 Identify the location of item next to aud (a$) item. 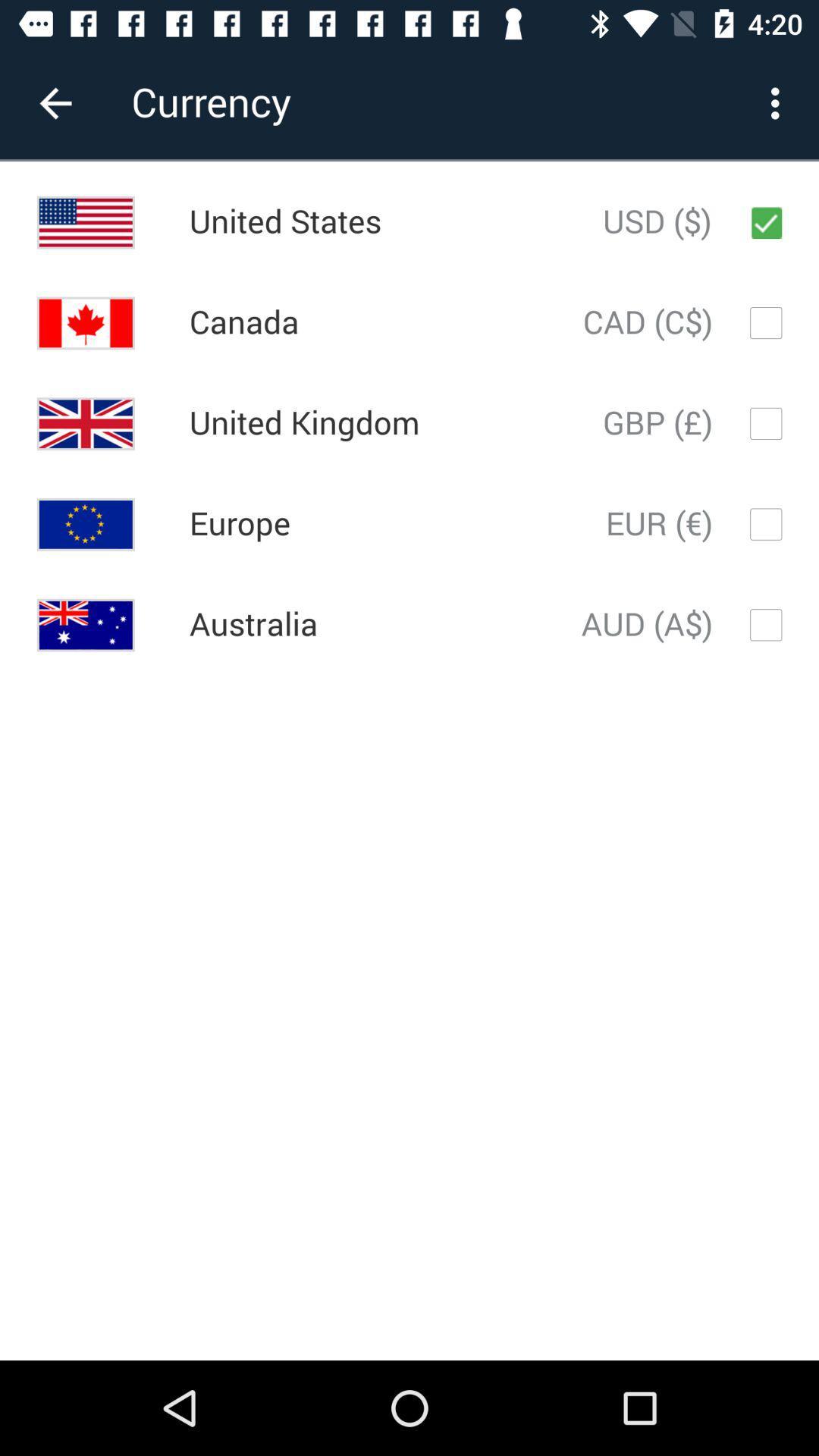
(253, 625).